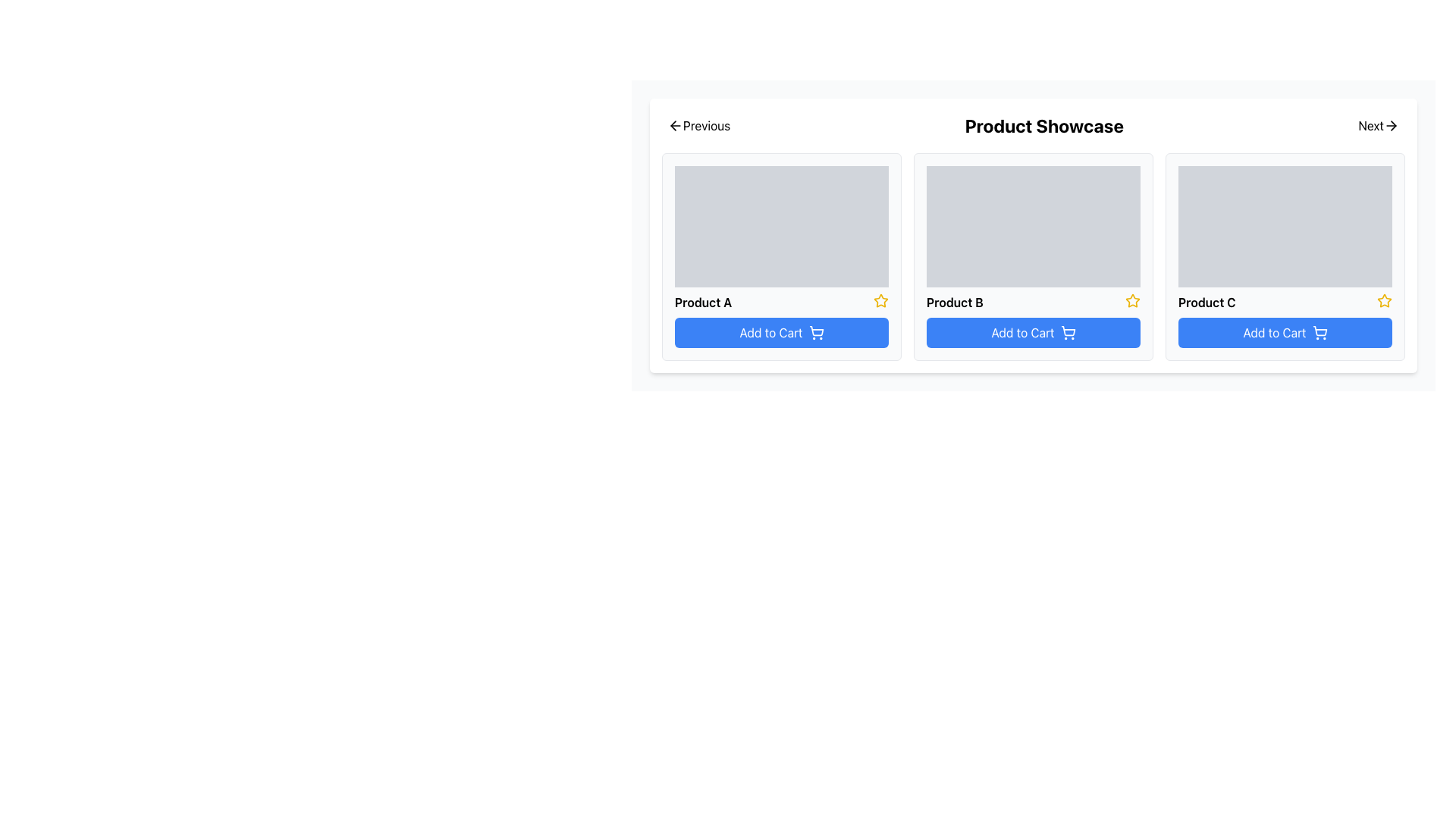 The image size is (1456, 819). What do you see at coordinates (1043, 124) in the screenshot?
I see `the 'Product Showcase' text label, which is a prominent element in the navigation panel at the center top of the product display section` at bounding box center [1043, 124].